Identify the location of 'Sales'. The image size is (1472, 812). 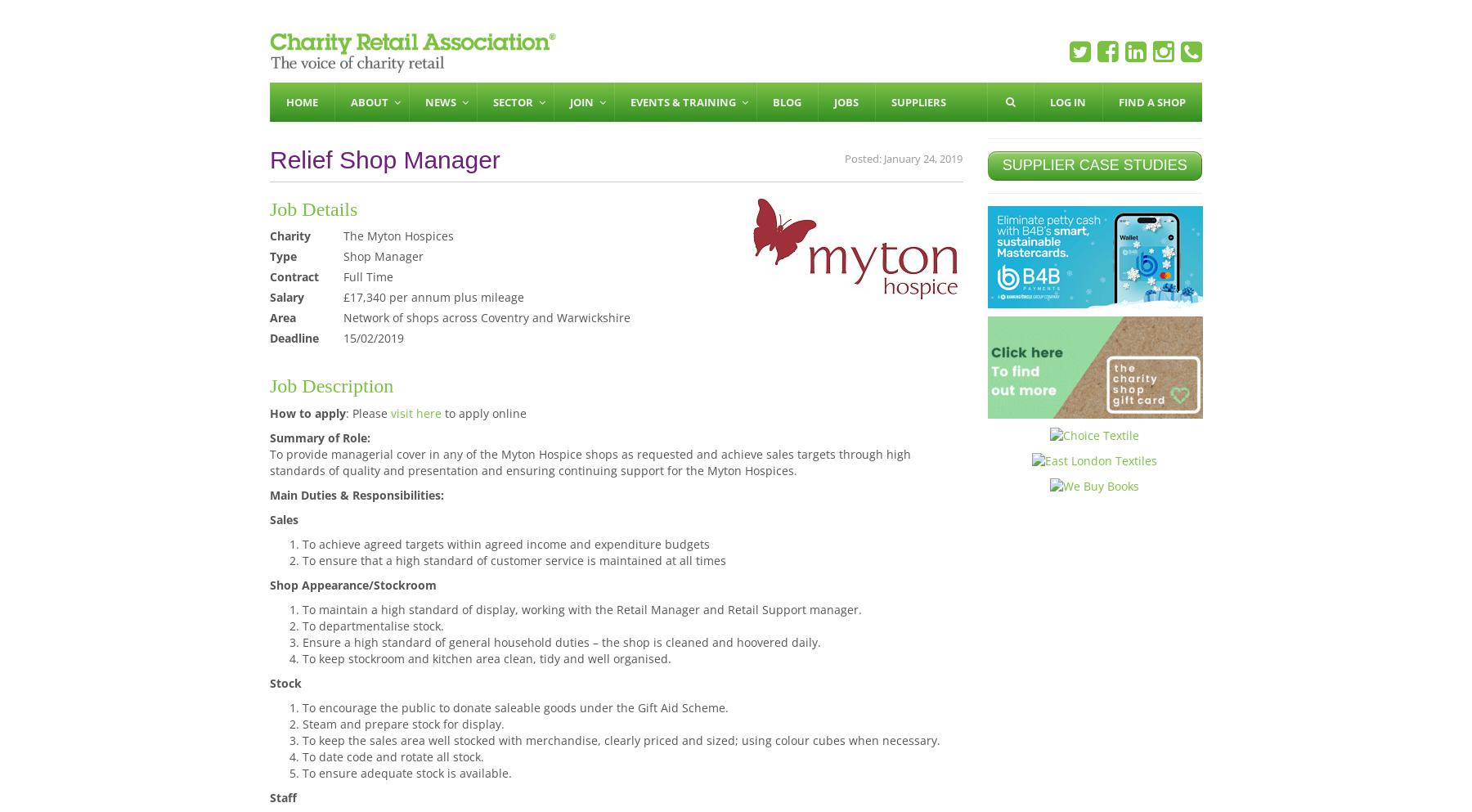
(284, 518).